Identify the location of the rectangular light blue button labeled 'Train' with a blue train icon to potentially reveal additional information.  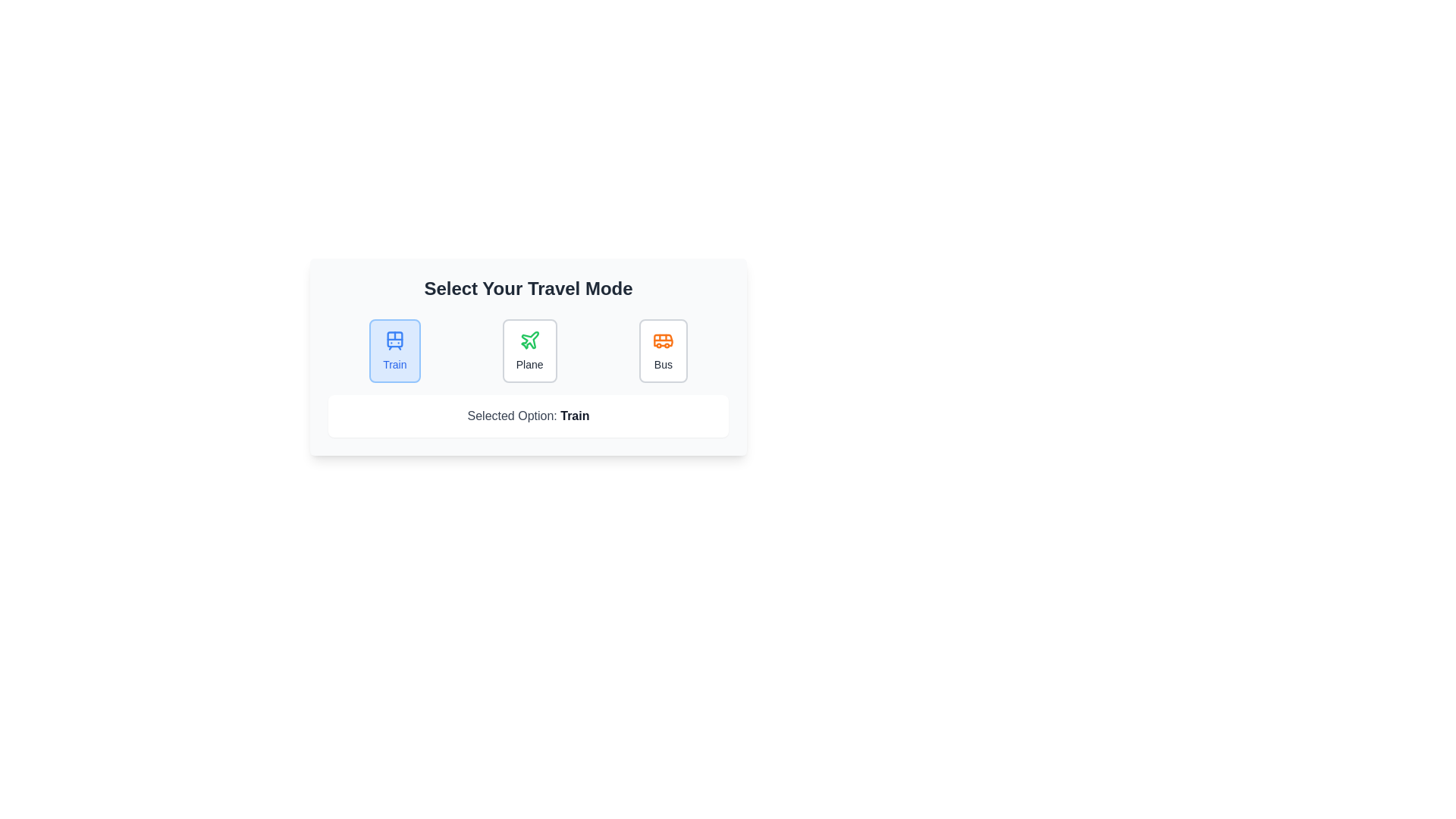
(394, 350).